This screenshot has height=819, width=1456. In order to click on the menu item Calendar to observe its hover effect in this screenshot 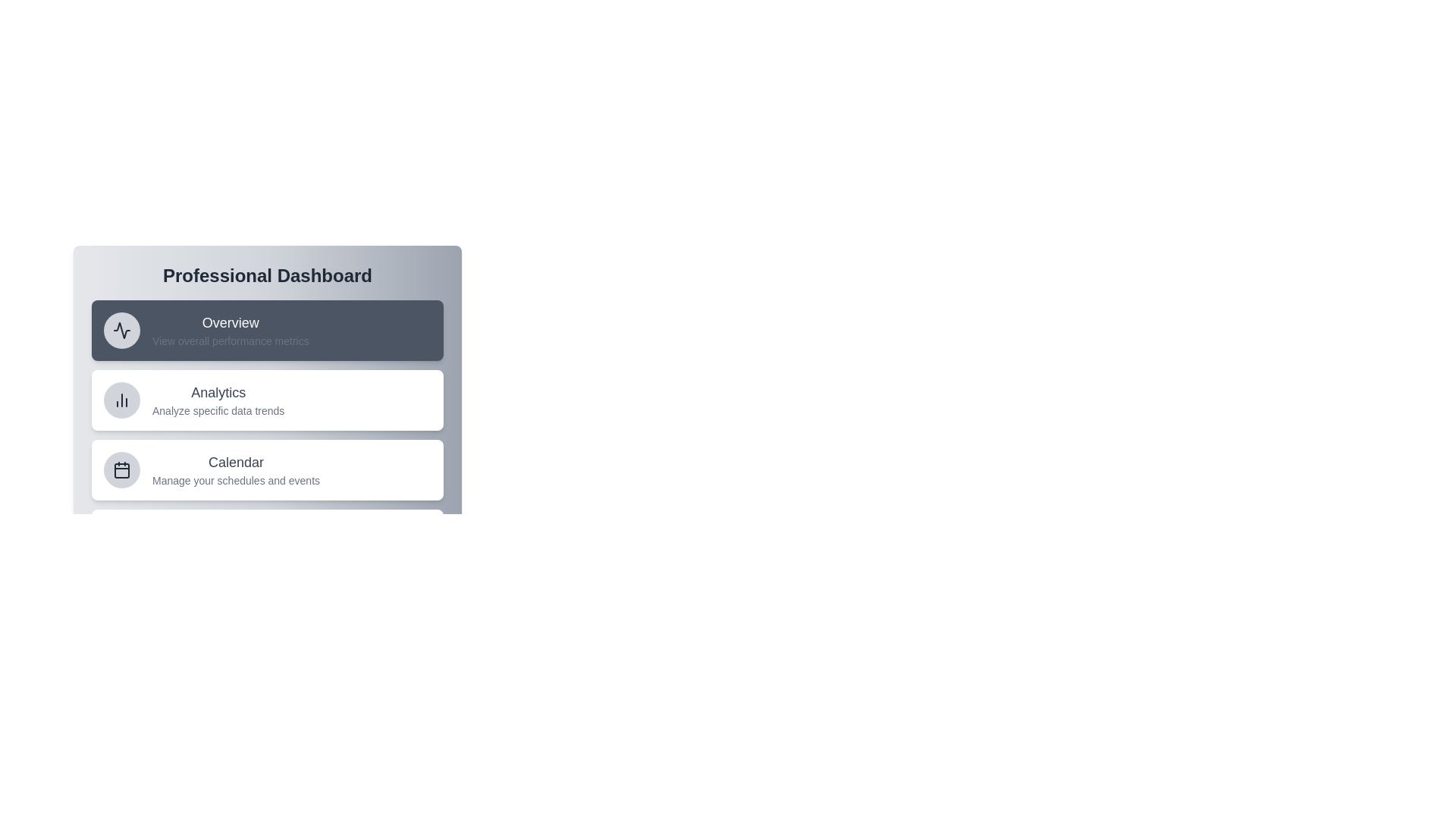, I will do `click(268, 469)`.